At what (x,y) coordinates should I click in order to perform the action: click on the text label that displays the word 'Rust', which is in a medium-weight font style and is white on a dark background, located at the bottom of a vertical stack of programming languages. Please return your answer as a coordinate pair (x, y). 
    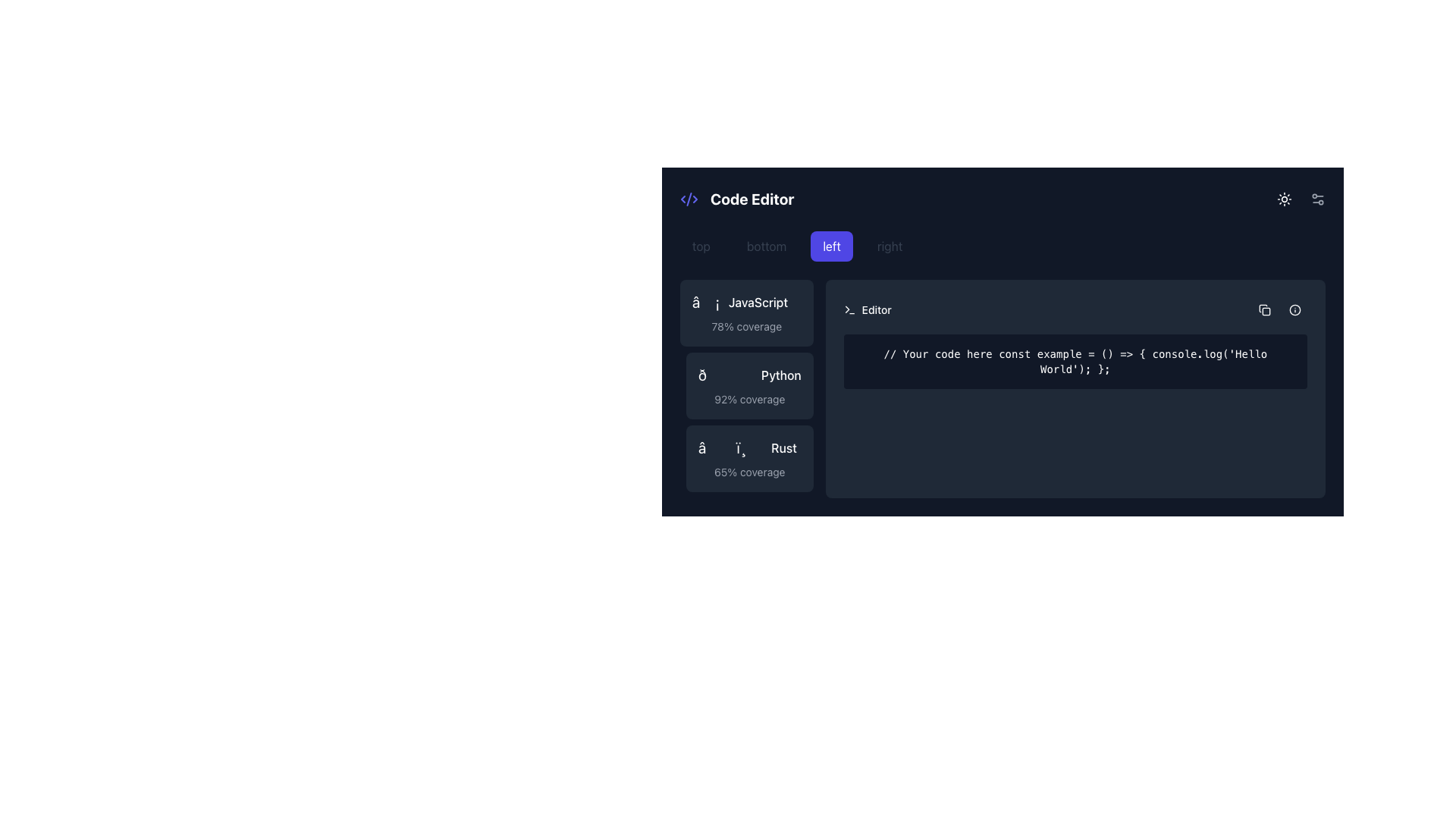
    Looking at the image, I should click on (783, 447).